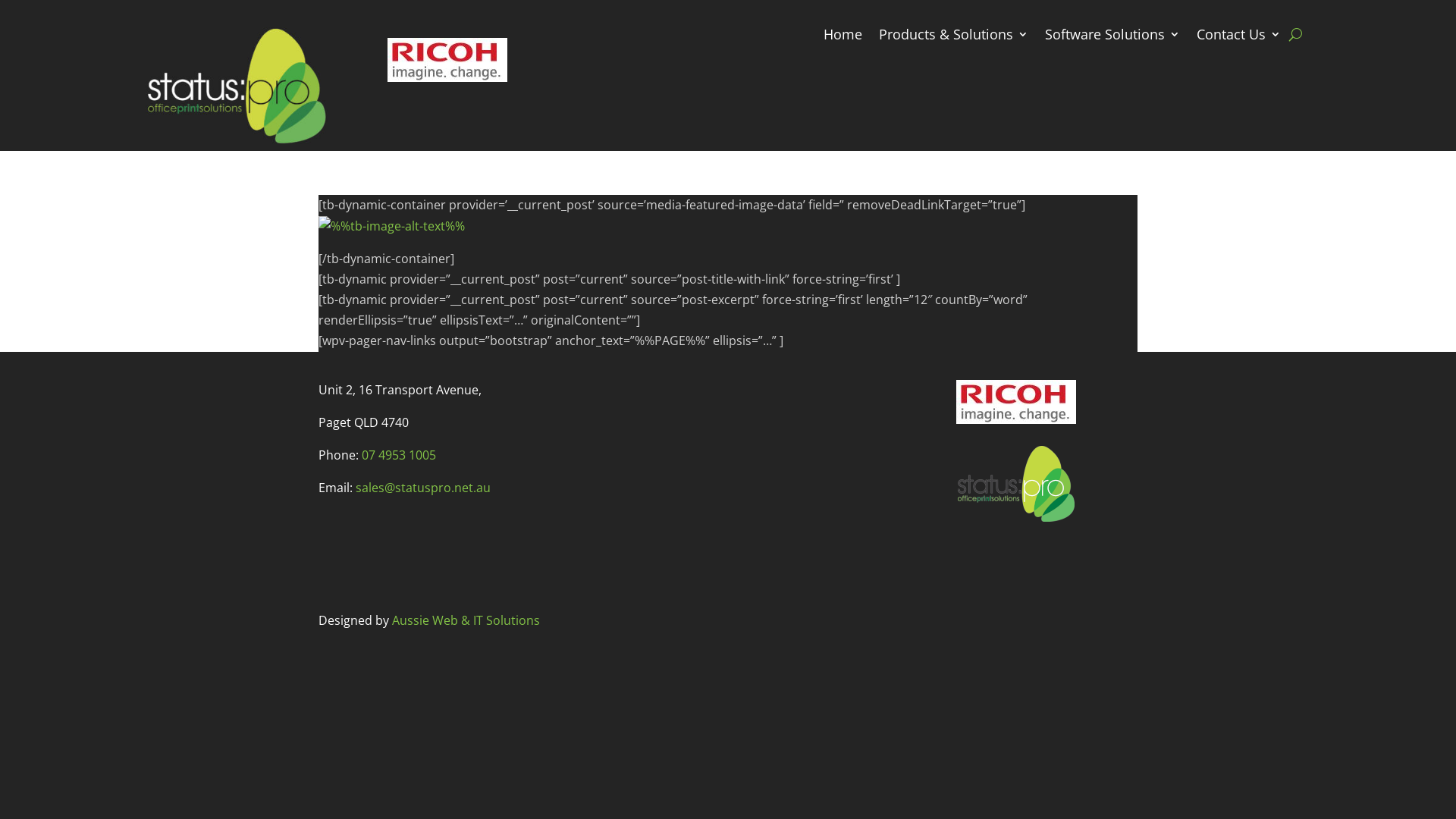 The width and height of the screenshot is (1456, 819). Describe the element at coordinates (360, 454) in the screenshot. I see `'07 4953 1005'` at that location.